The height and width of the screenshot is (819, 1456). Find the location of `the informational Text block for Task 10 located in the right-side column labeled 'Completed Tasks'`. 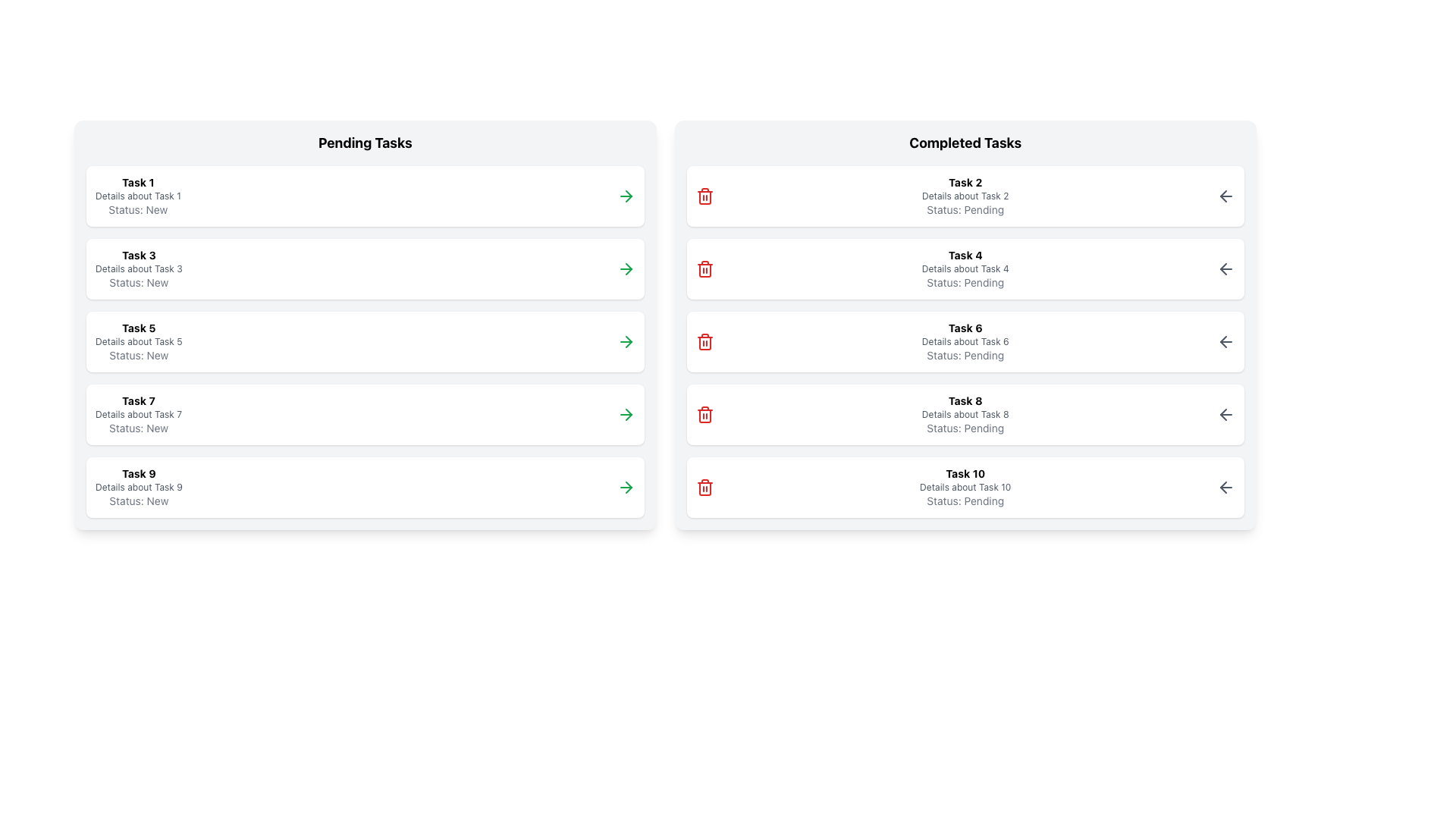

the informational Text block for Task 10 located in the right-side column labeled 'Completed Tasks' is located at coordinates (965, 488).